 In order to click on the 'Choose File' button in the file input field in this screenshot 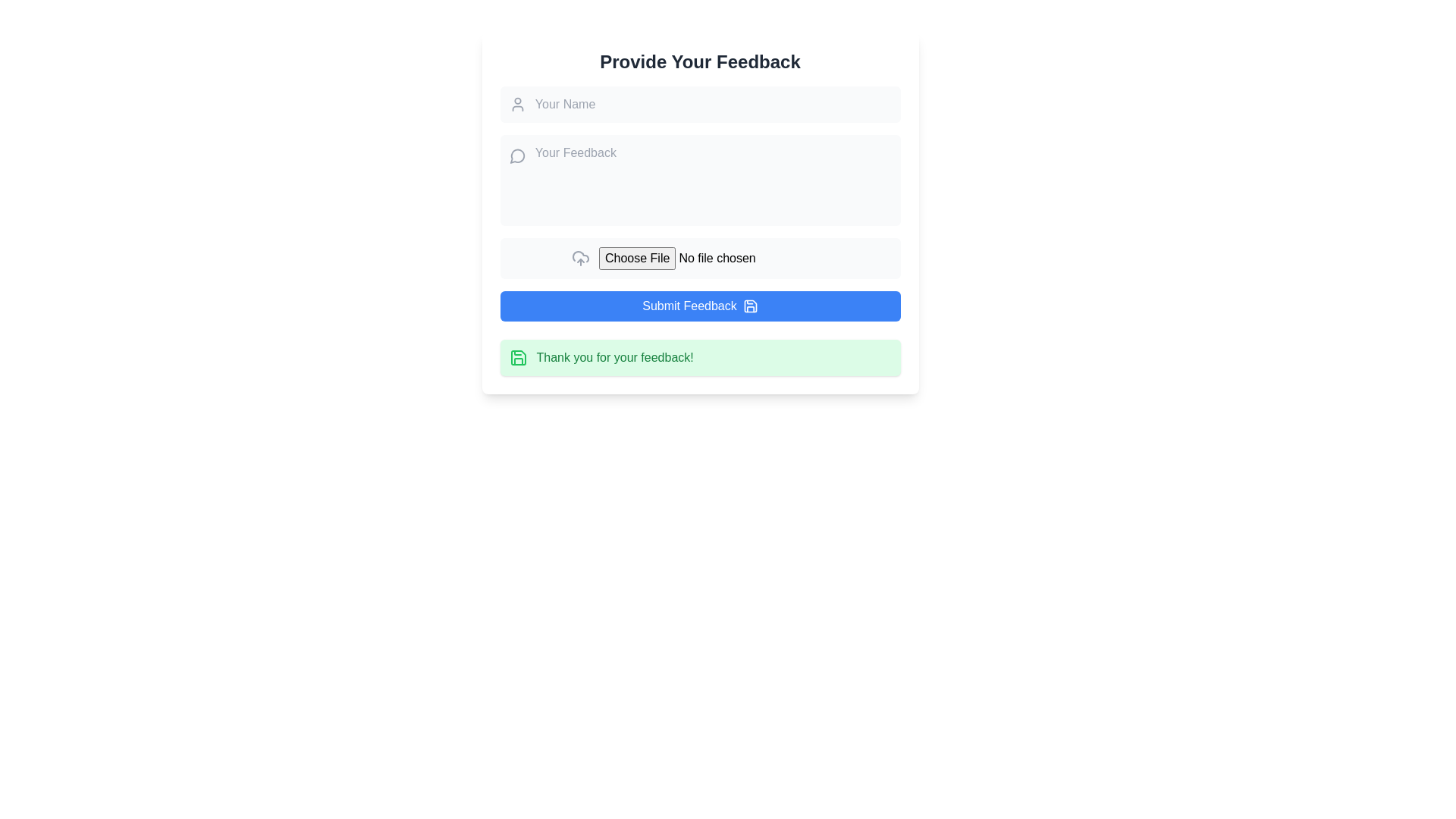, I will do `click(713, 257)`.